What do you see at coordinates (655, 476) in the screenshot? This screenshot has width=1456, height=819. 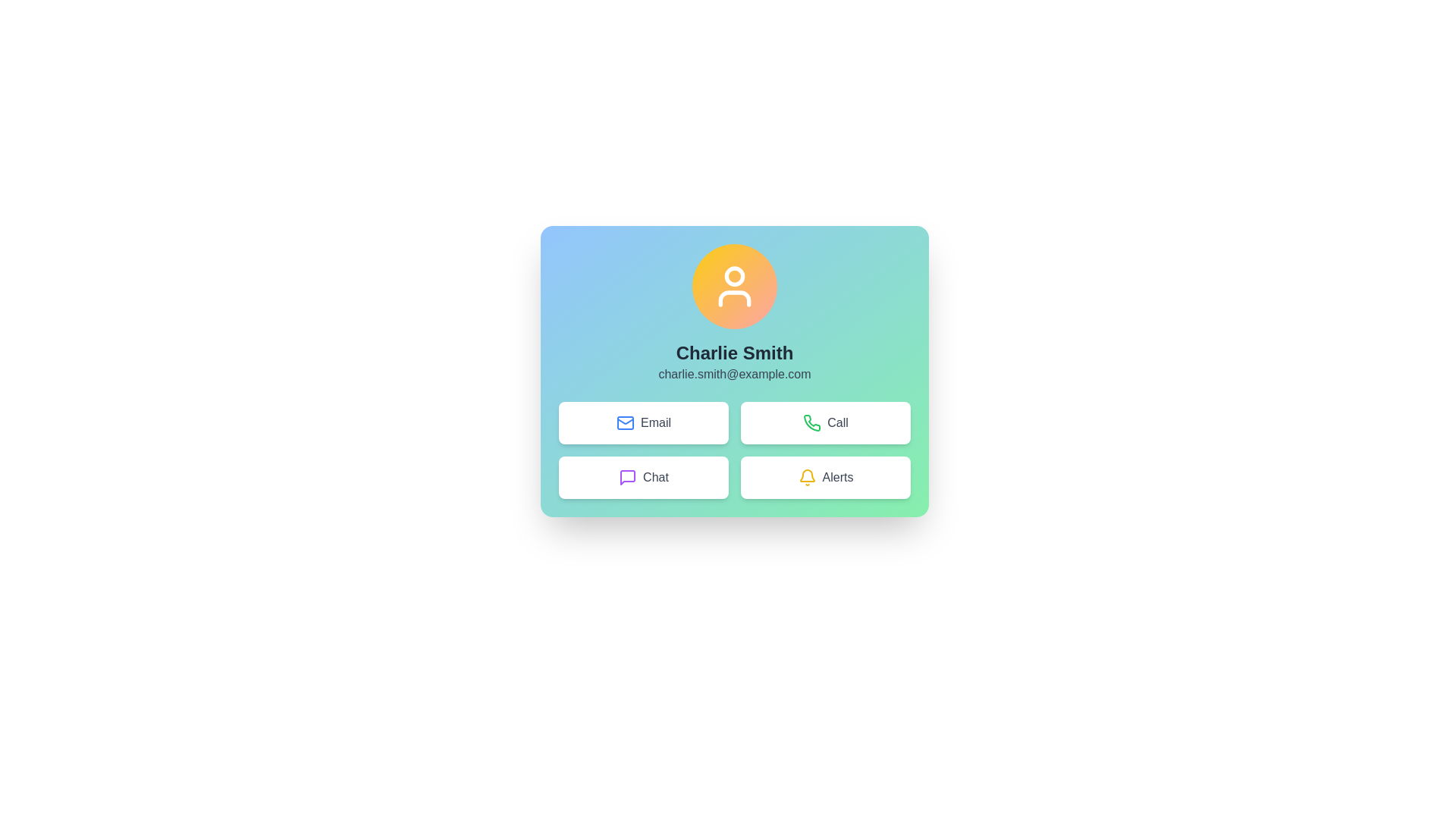 I see `the 'Chat' text label, which indicates the purpose of the 'Chat' button located in the bottom-left button of a rectangular grid of options` at bounding box center [655, 476].